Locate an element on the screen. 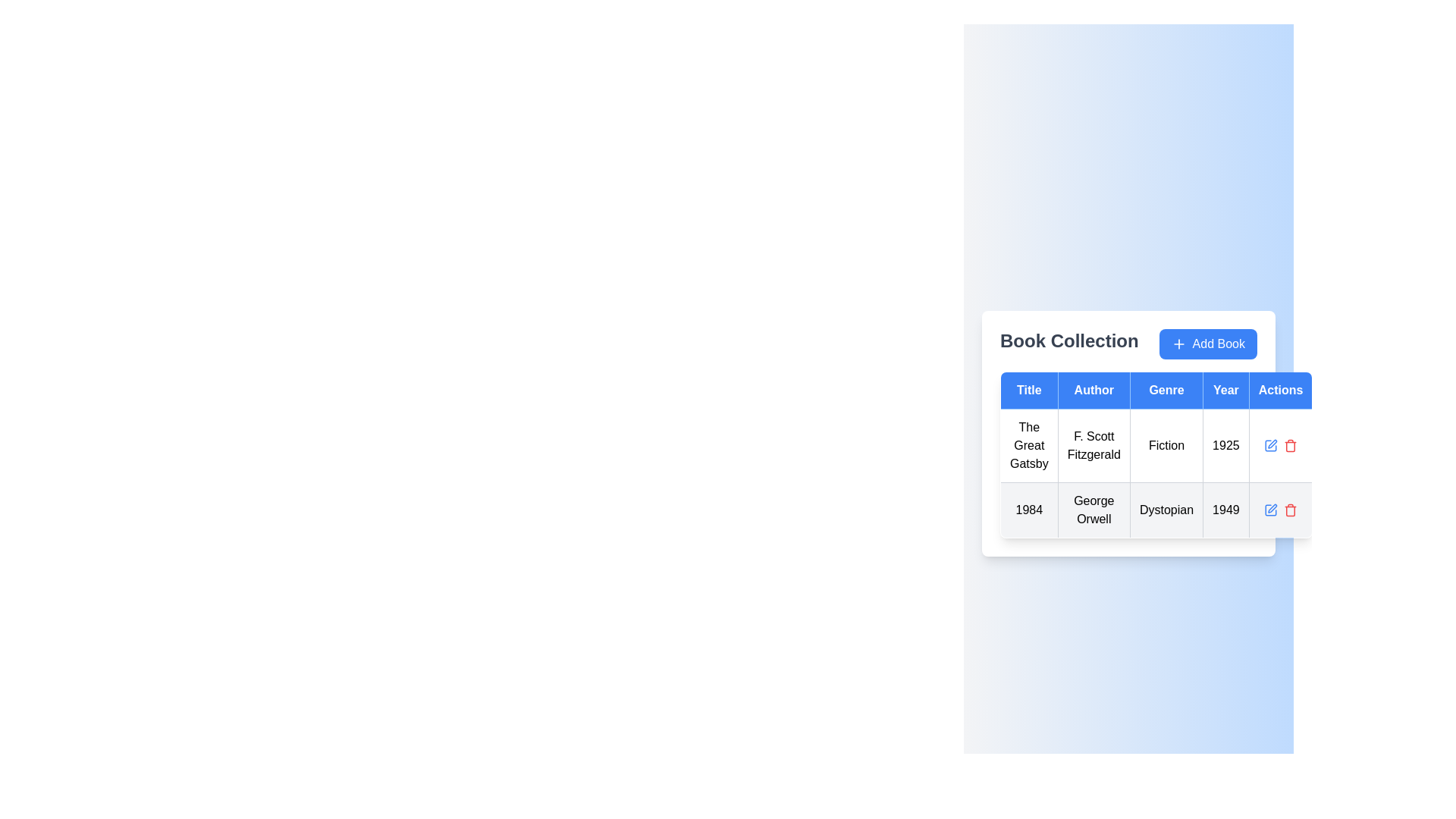 The width and height of the screenshot is (1456, 819). text content of the heading element that serves as a title for the section, positioned above the table and left of the 'Add Book' button is located at coordinates (1068, 344).